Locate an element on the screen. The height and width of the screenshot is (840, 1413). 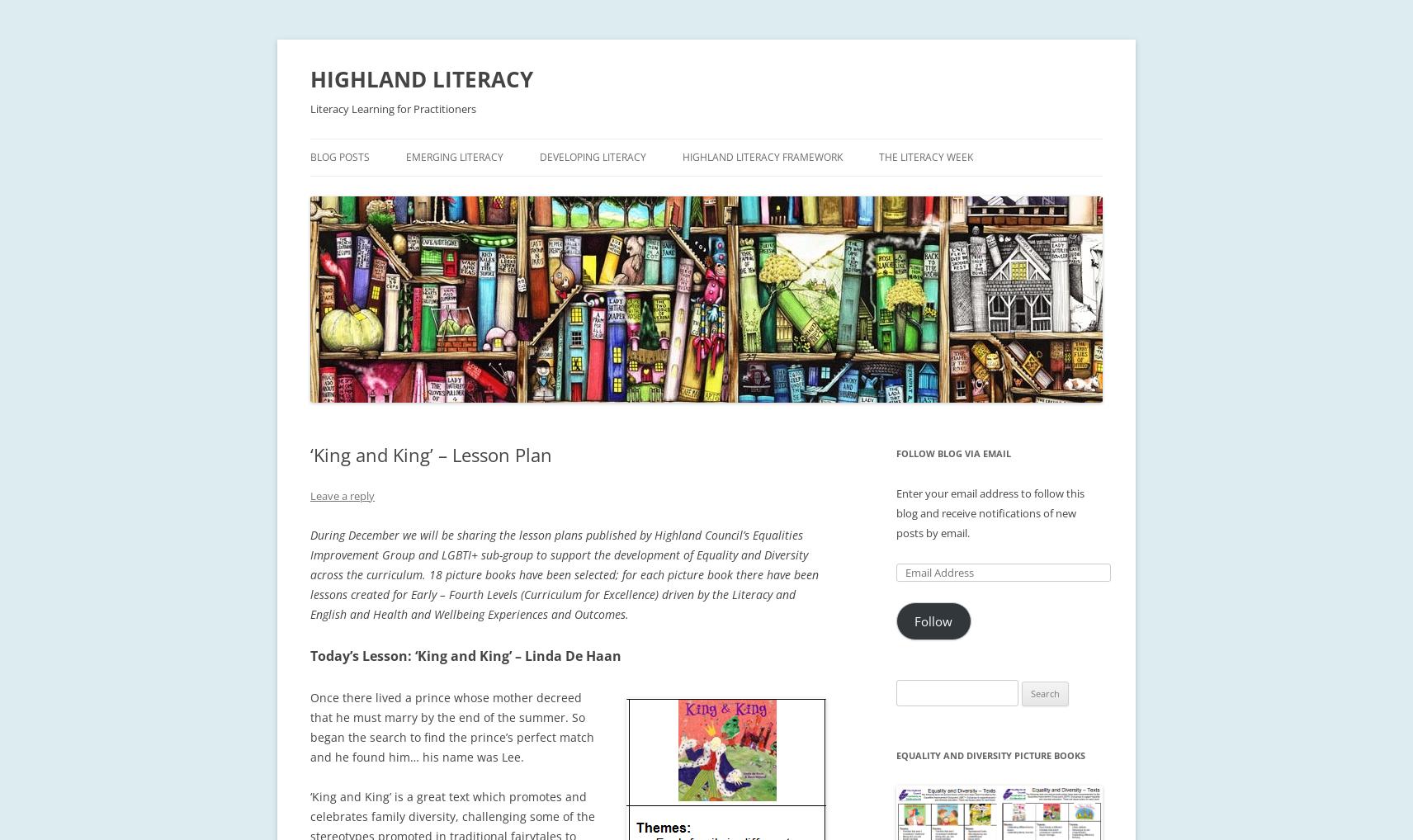
'Enter your email address to follow this blog and receive notifications of new posts by email.' is located at coordinates (990, 512).